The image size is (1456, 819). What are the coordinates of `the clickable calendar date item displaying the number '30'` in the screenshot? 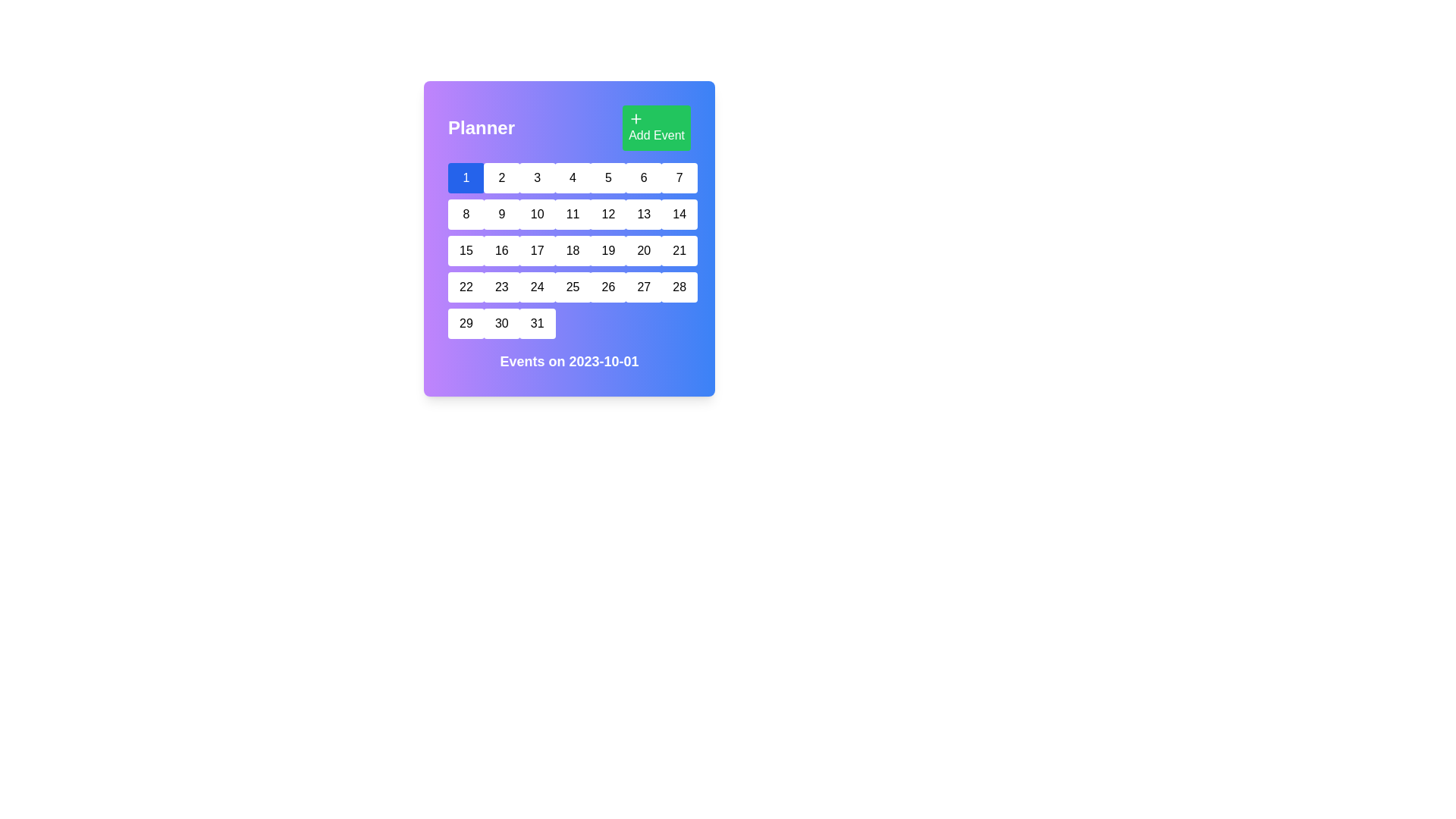 It's located at (501, 323).